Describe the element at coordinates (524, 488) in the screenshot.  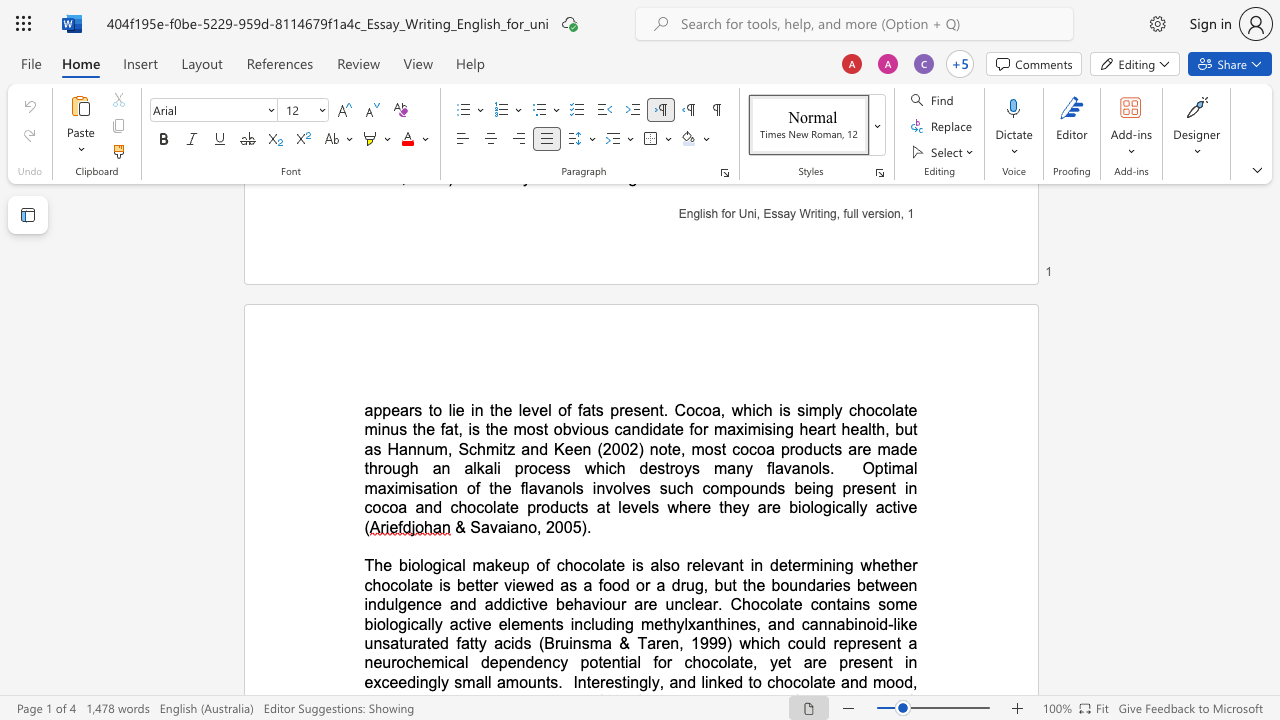
I see `the space between the continuous character "f" and "l" in the text` at that location.